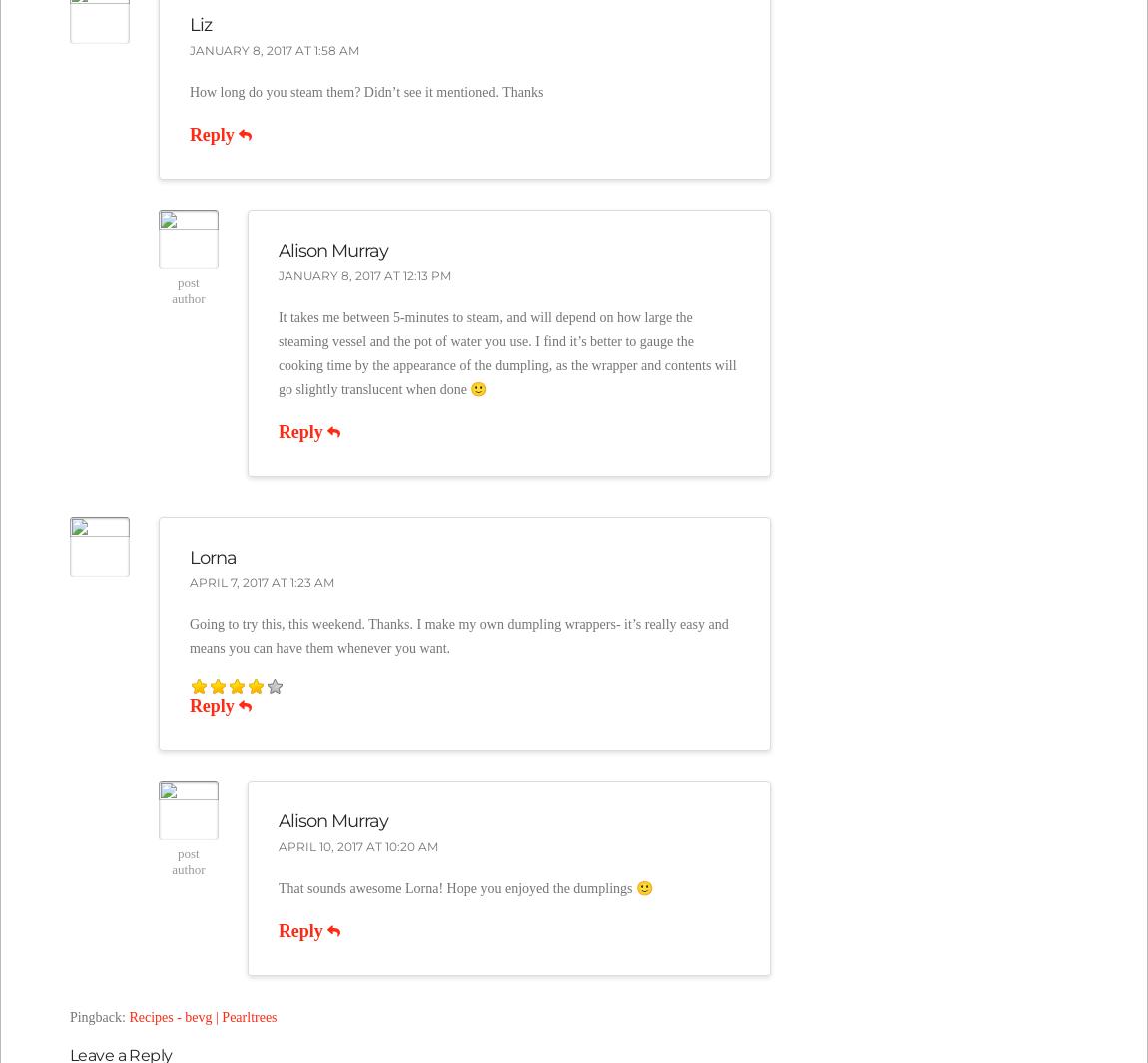 This screenshot has width=1148, height=1063. Describe the element at coordinates (363, 273) in the screenshot. I see `'January 8, 2017 at 12:13 pm'` at that location.